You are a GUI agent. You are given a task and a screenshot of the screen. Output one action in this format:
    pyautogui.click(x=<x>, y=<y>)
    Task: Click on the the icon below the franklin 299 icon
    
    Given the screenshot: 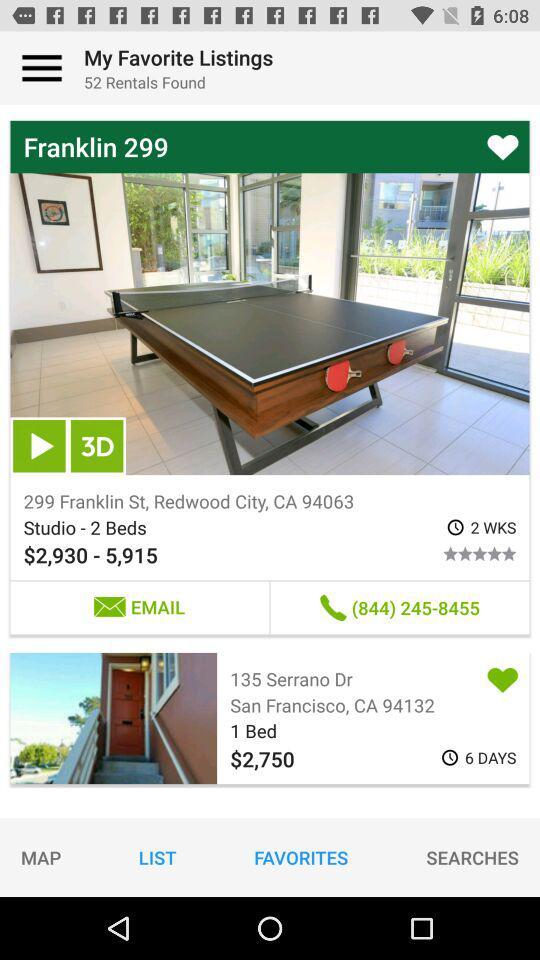 What is the action you would take?
    pyautogui.click(x=96, y=446)
    